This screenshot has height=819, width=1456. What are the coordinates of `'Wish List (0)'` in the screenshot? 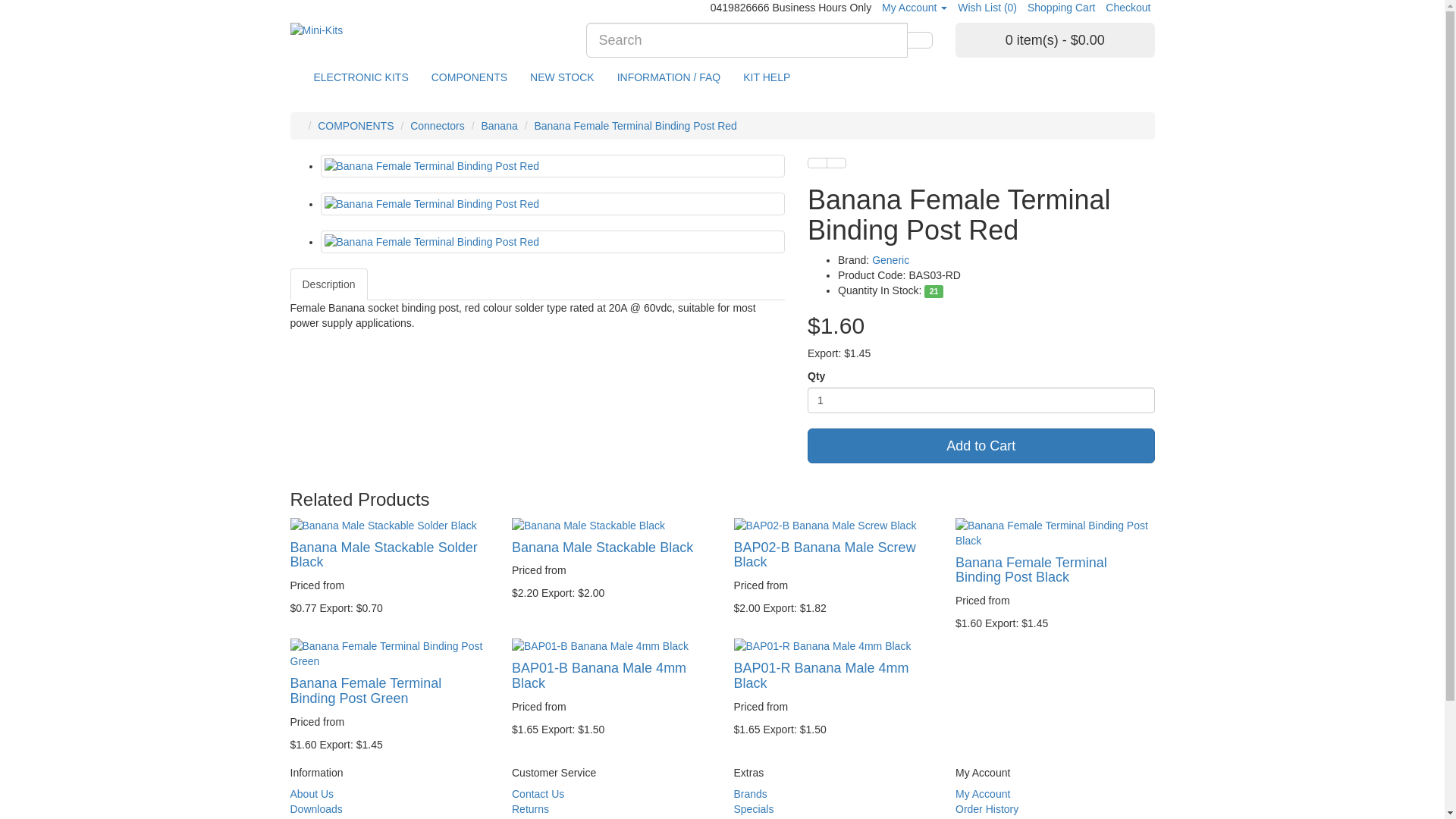 It's located at (987, 8).